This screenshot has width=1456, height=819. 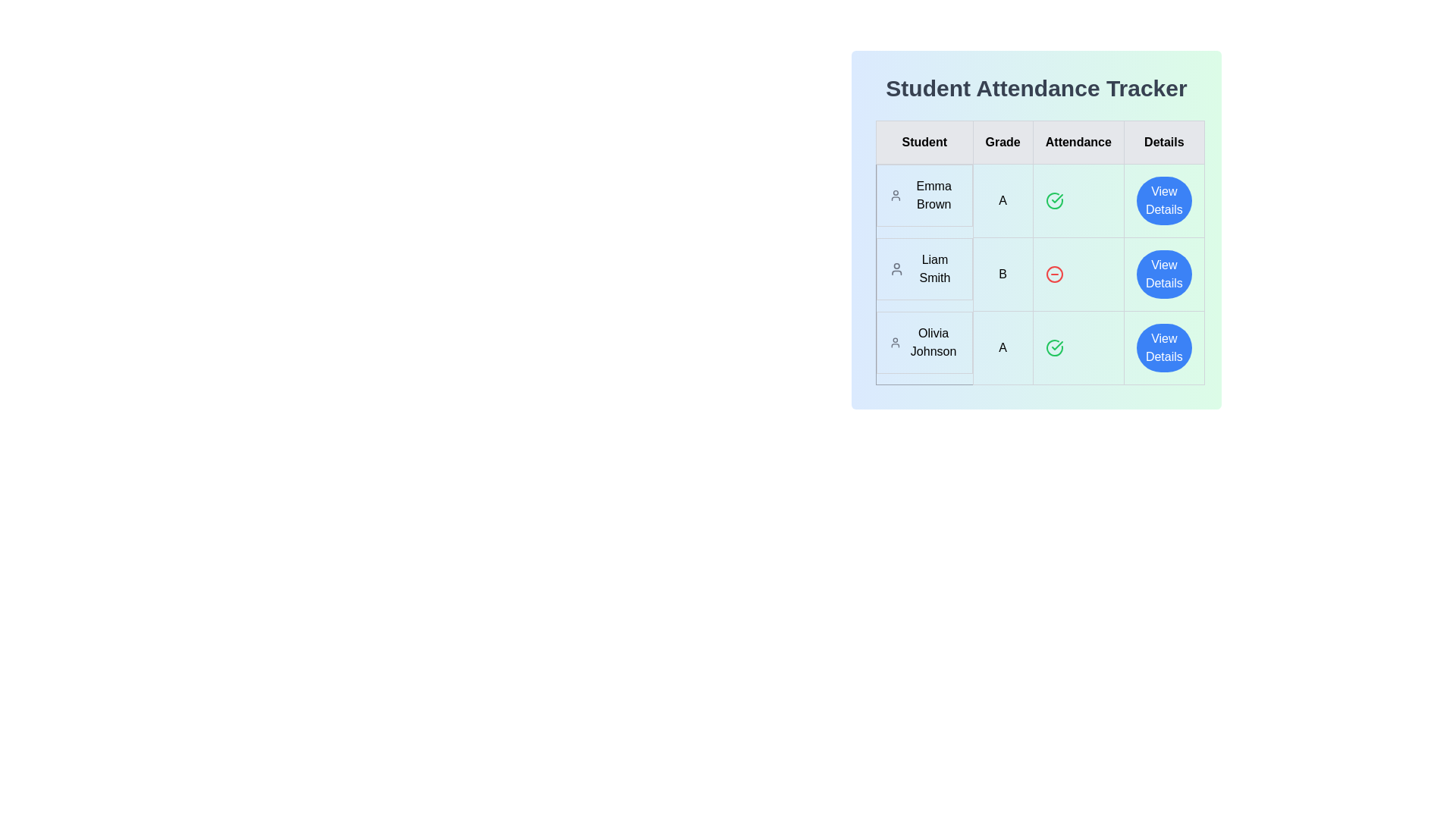 I want to click on 'View Details' button for the student Emma Brown, so click(x=1163, y=200).